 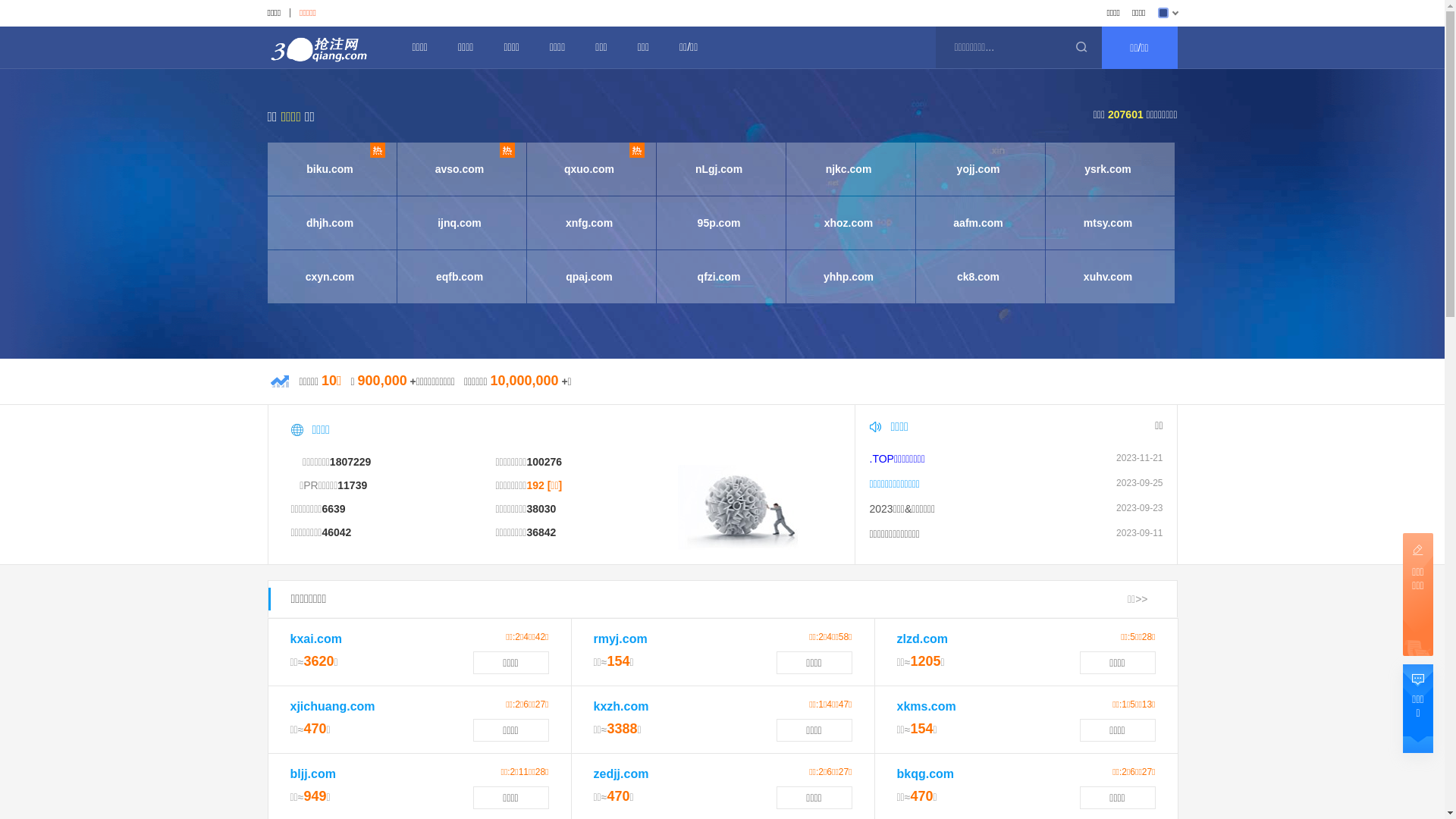 What do you see at coordinates (1107, 222) in the screenshot?
I see `'mtsy.com'` at bounding box center [1107, 222].